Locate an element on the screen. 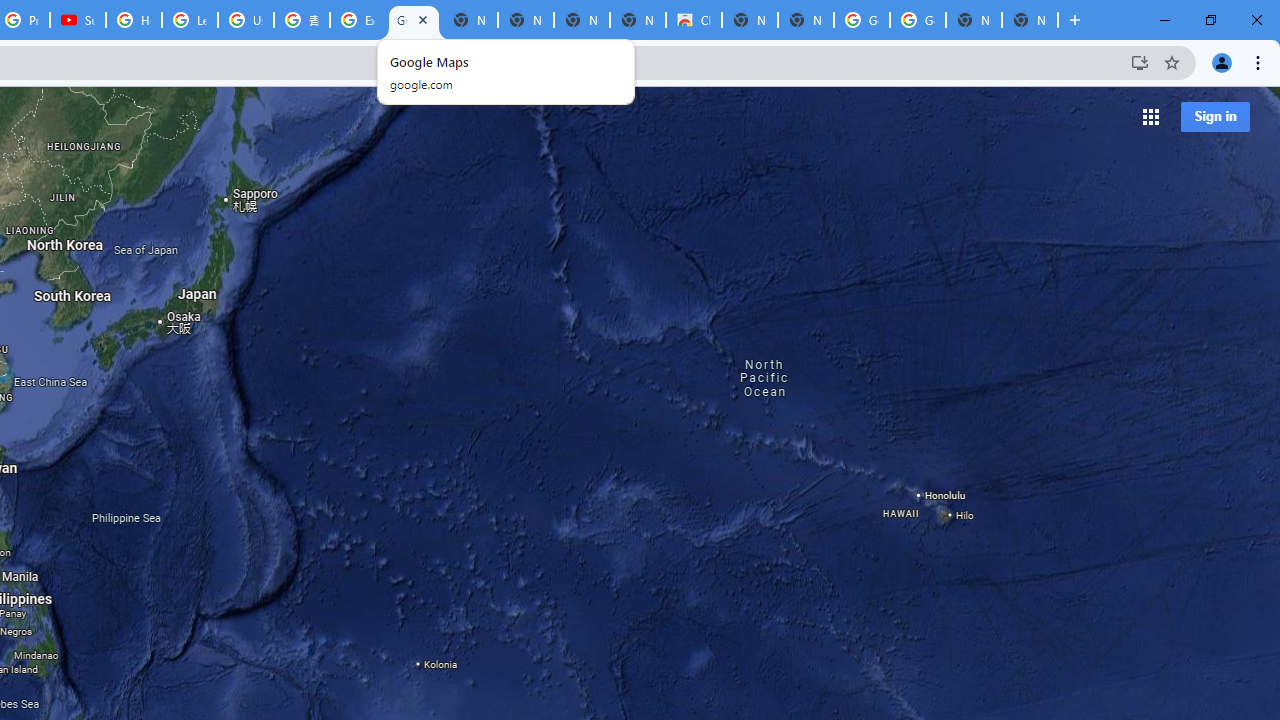 Image resolution: width=1280 pixels, height=720 pixels. 'Subscriptions - YouTube' is located at coordinates (78, 20).